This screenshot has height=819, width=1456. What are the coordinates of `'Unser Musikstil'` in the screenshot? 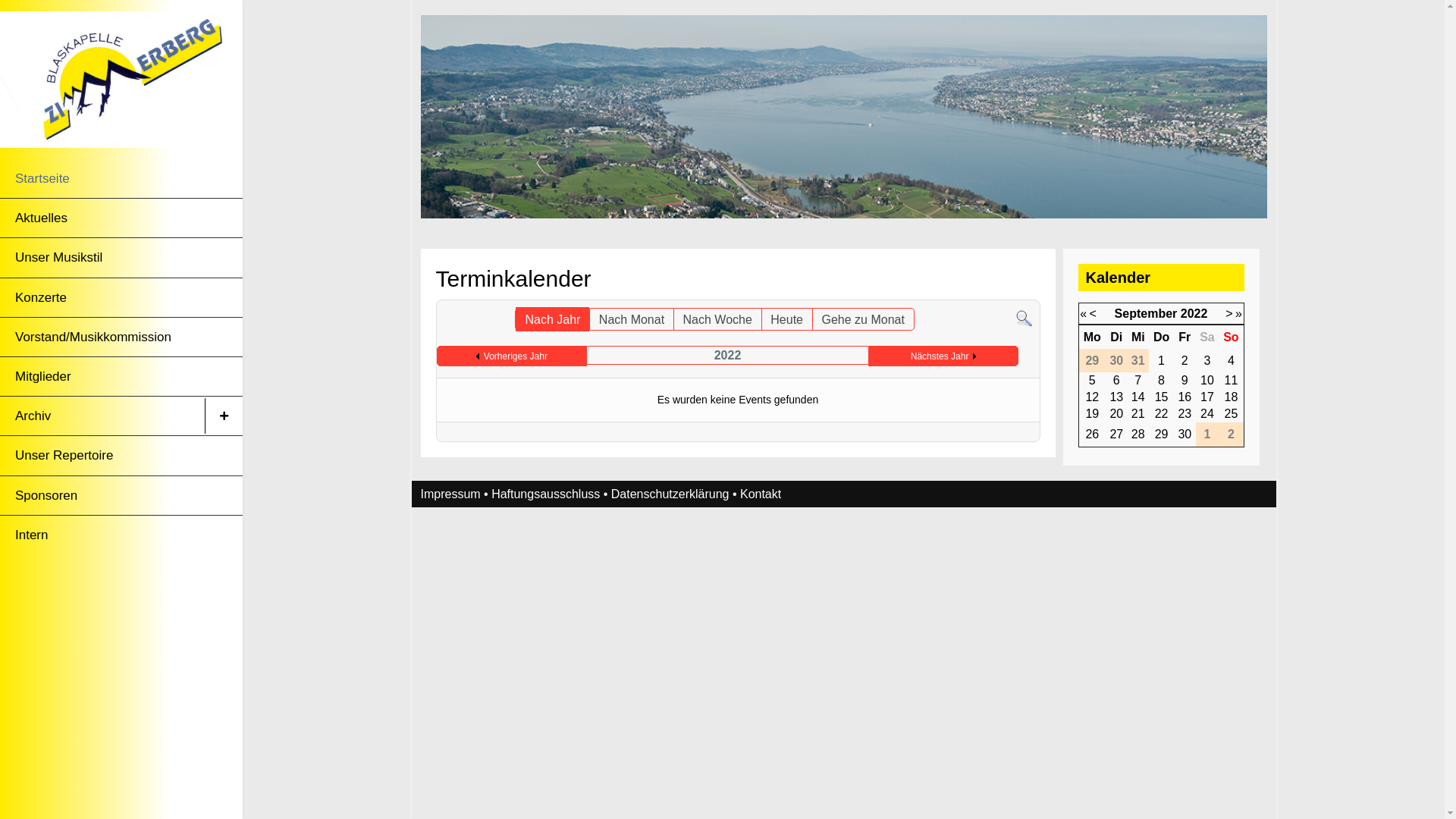 It's located at (101, 256).